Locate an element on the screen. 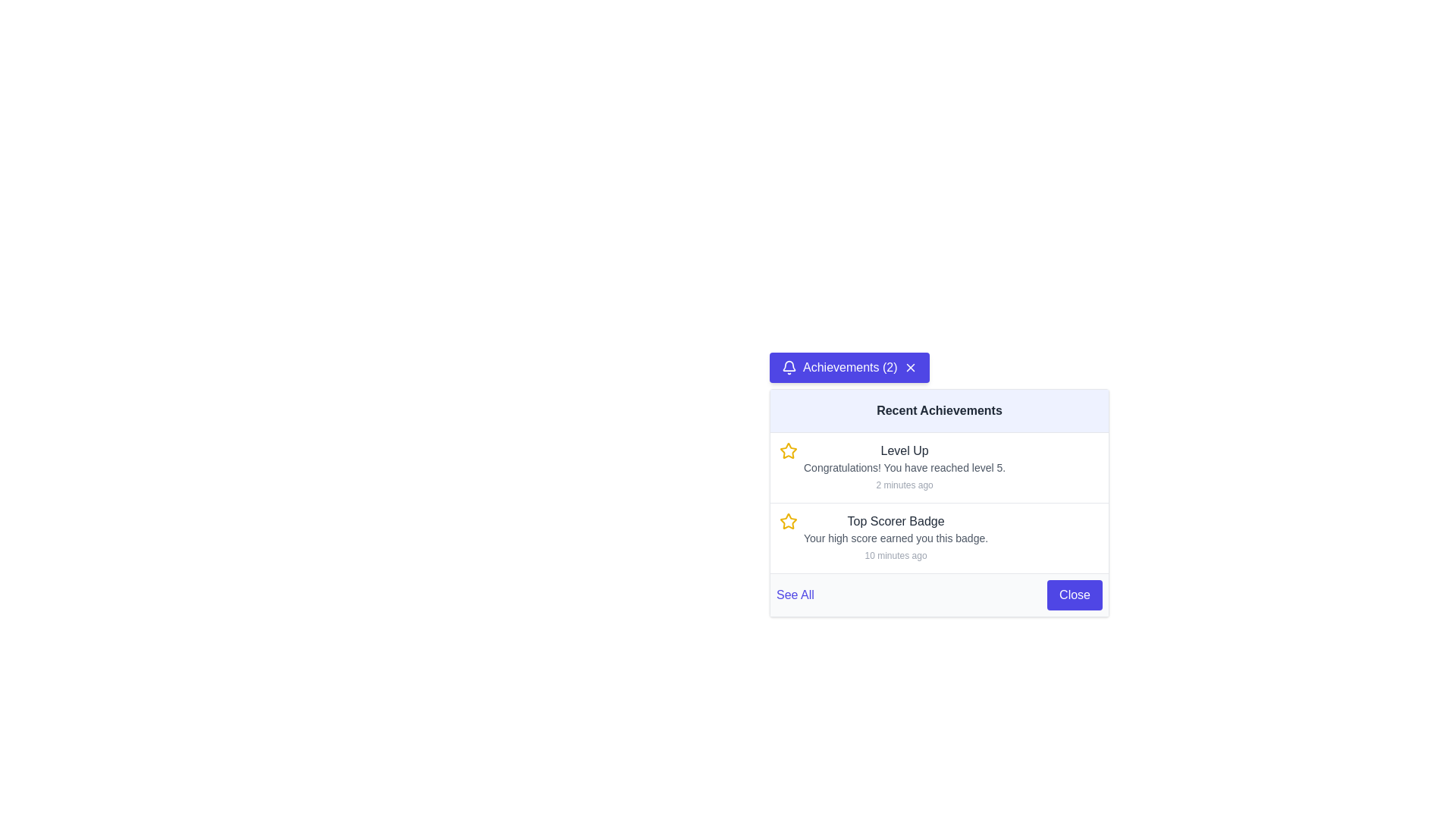 The image size is (1456, 819). title text of the achievement notification located near the top-left corner of the notification box under the 'Recent Achievements' heading is located at coordinates (905, 450).